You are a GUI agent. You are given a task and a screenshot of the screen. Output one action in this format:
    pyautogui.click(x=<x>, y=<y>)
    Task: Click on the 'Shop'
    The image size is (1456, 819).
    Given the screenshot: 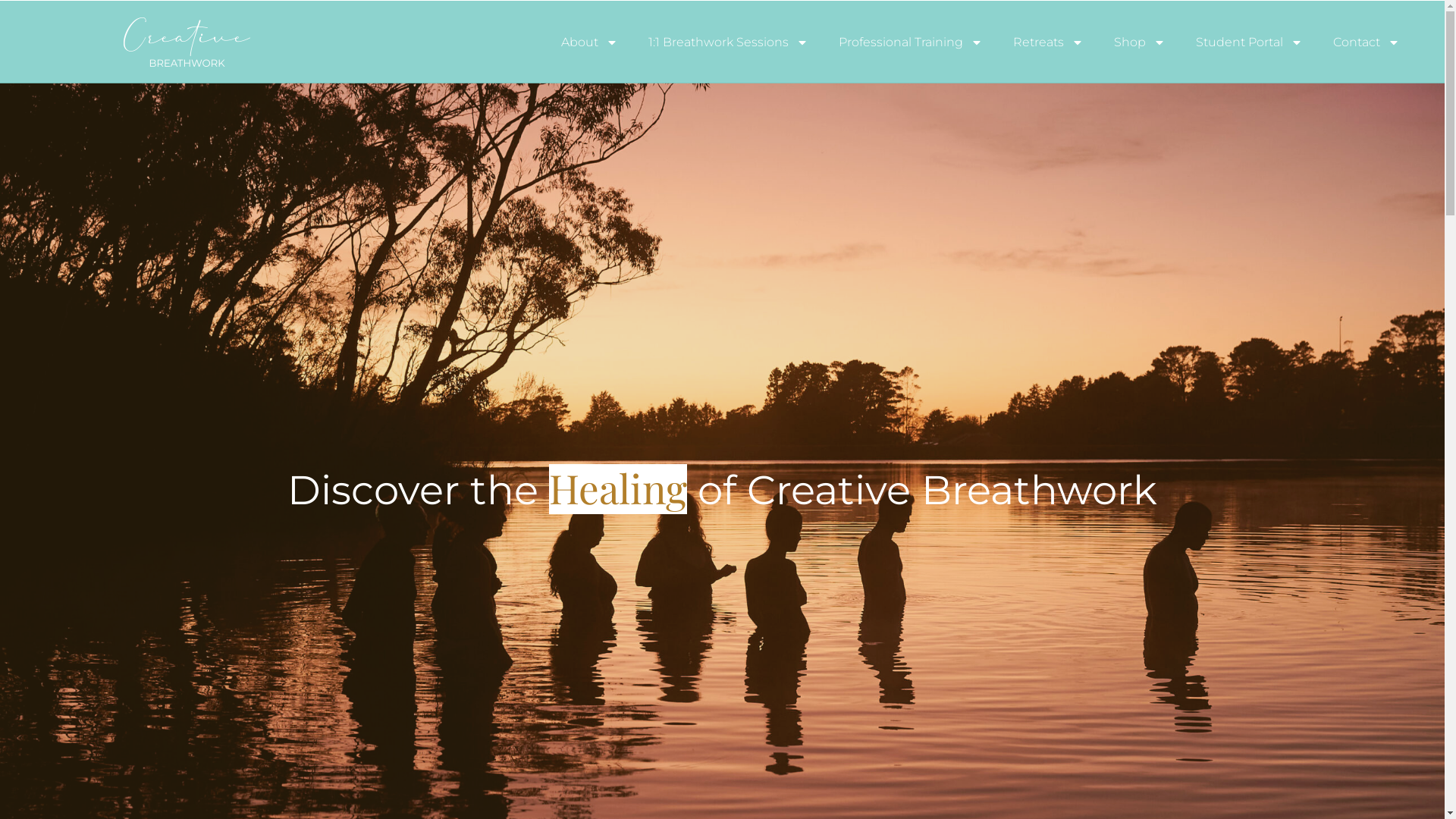 What is the action you would take?
    pyautogui.click(x=1139, y=40)
    